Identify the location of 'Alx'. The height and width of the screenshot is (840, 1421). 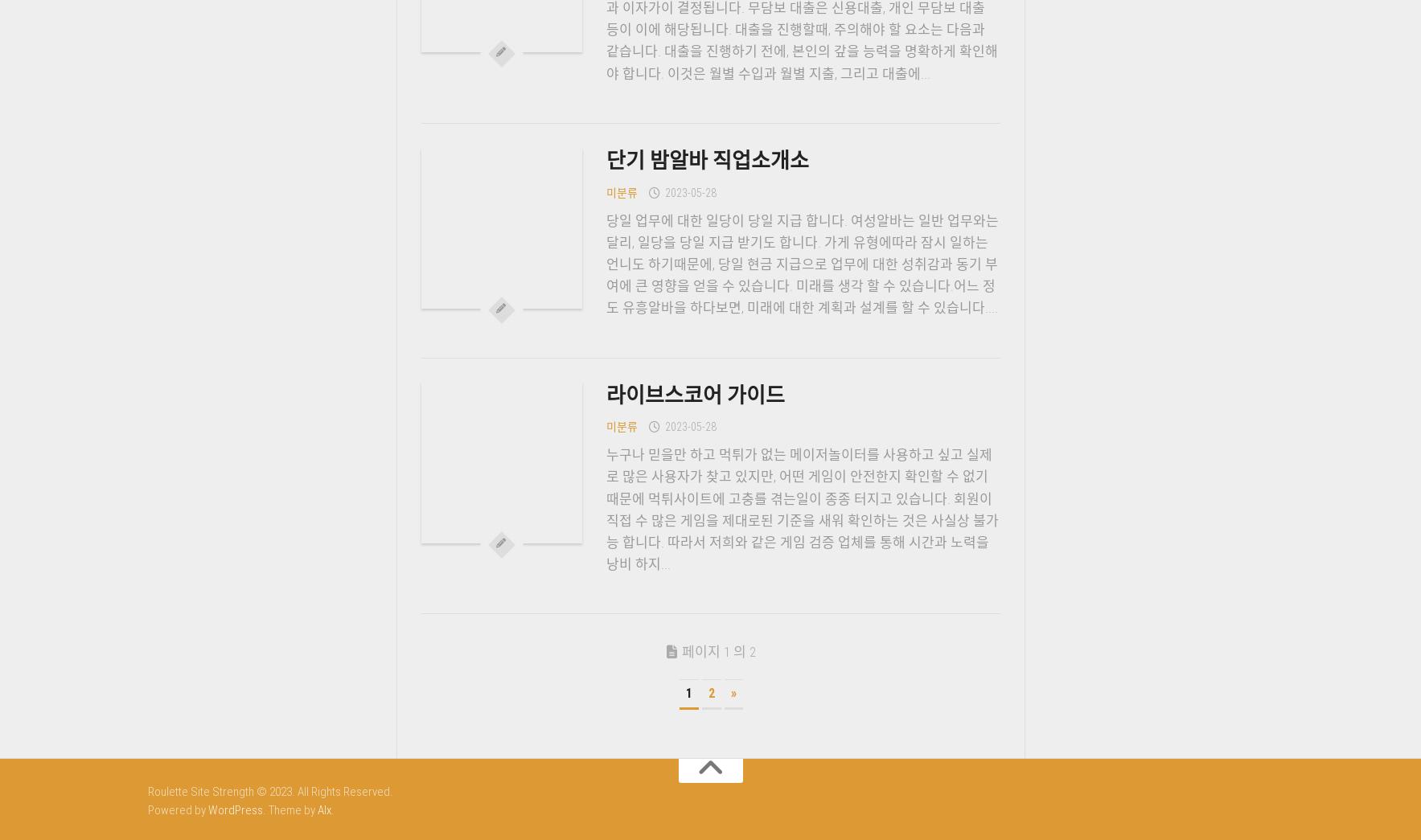
(323, 809).